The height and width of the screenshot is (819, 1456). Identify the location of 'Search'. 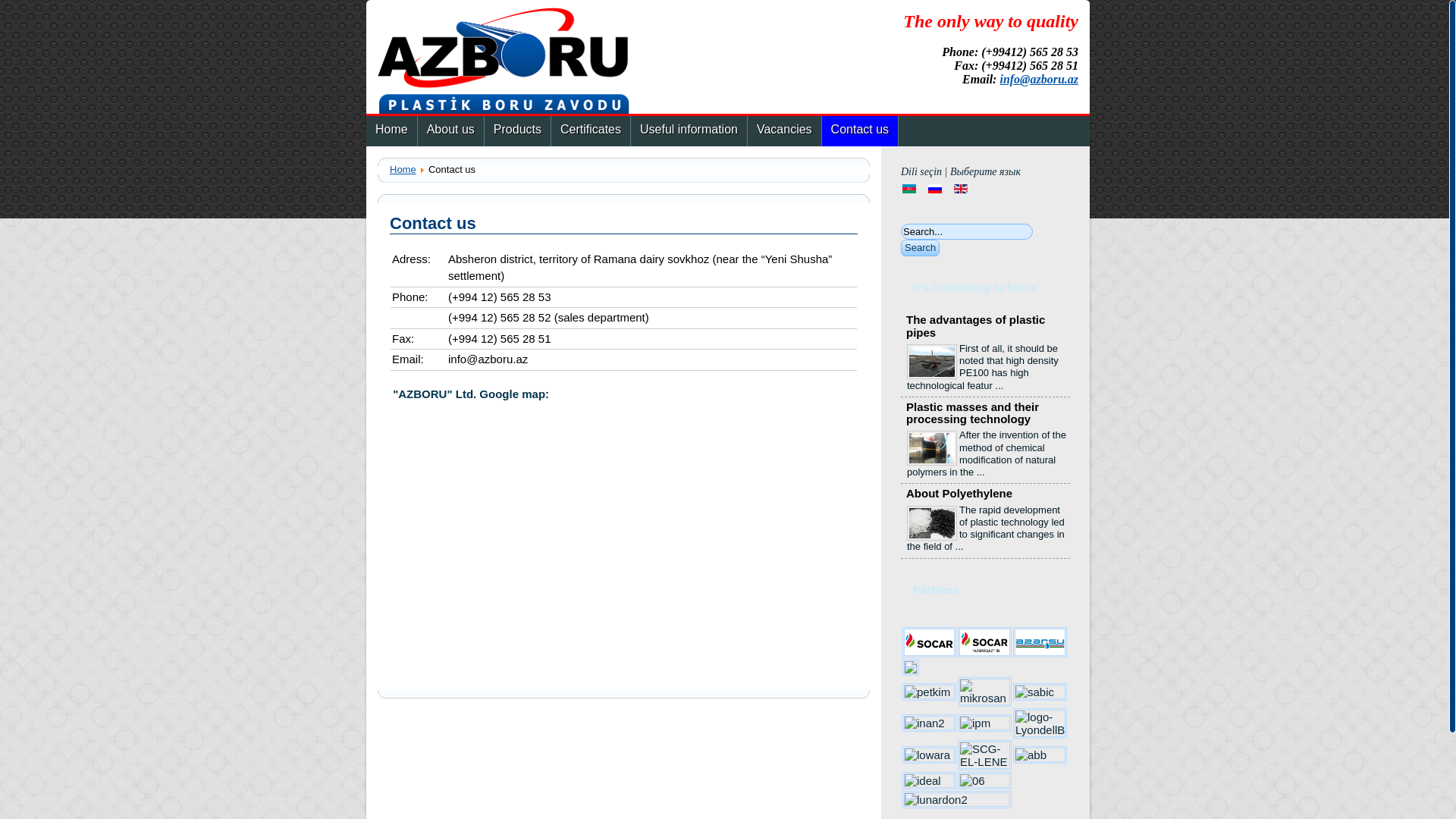
(919, 247).